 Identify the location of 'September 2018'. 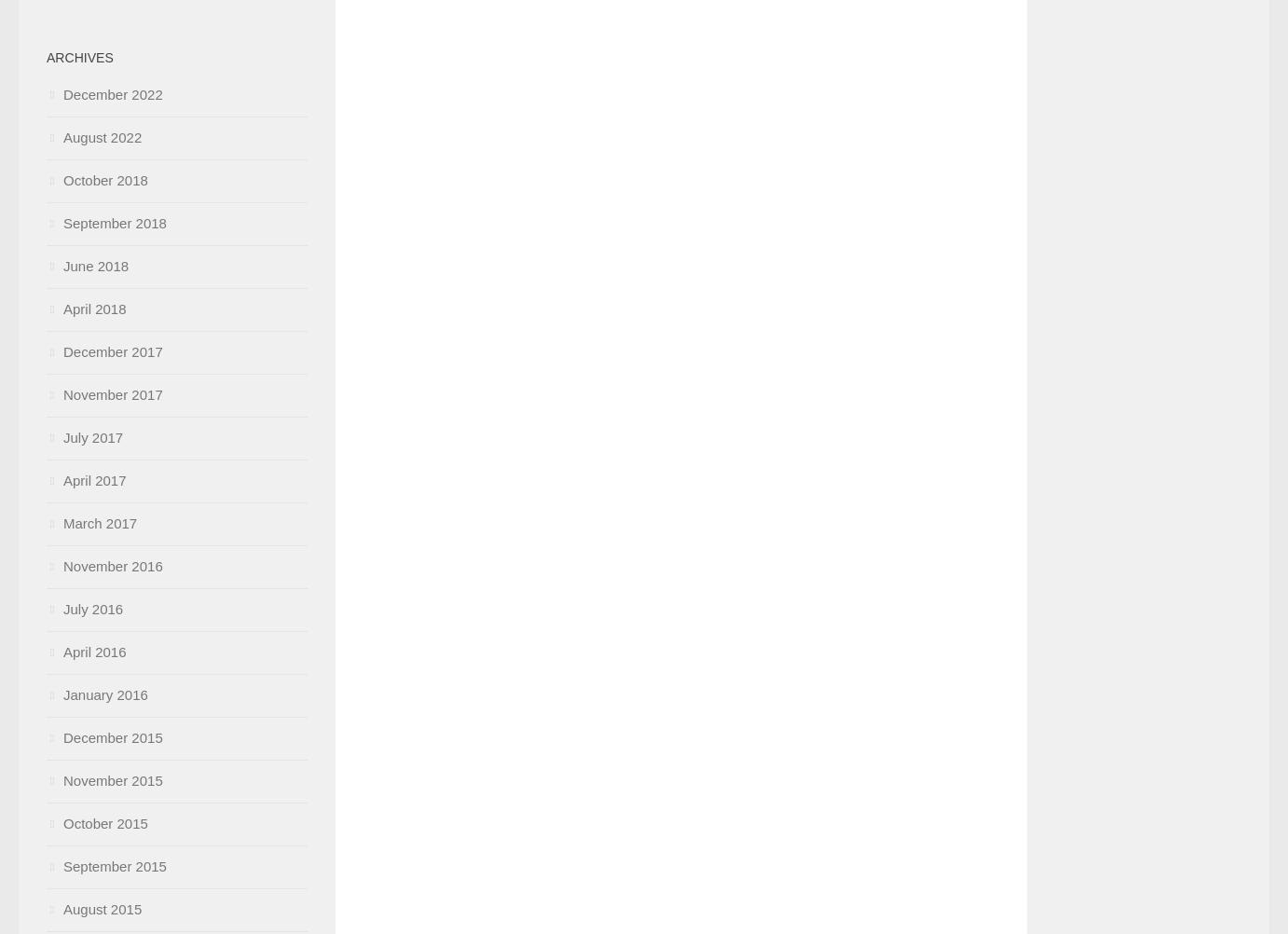
(114, 223).